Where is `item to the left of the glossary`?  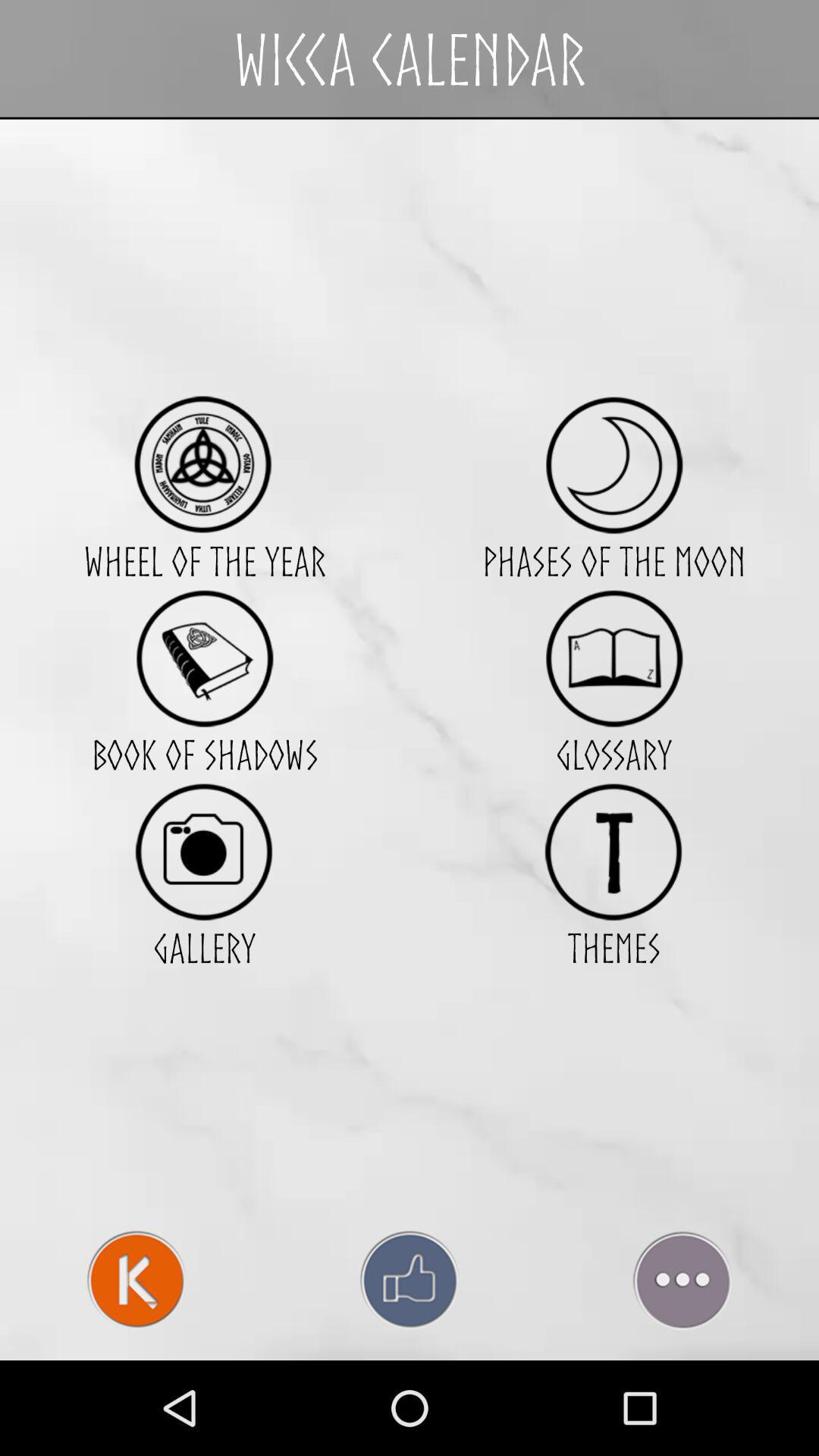 item to the left of the glossary is located at coordinates (203, 852).